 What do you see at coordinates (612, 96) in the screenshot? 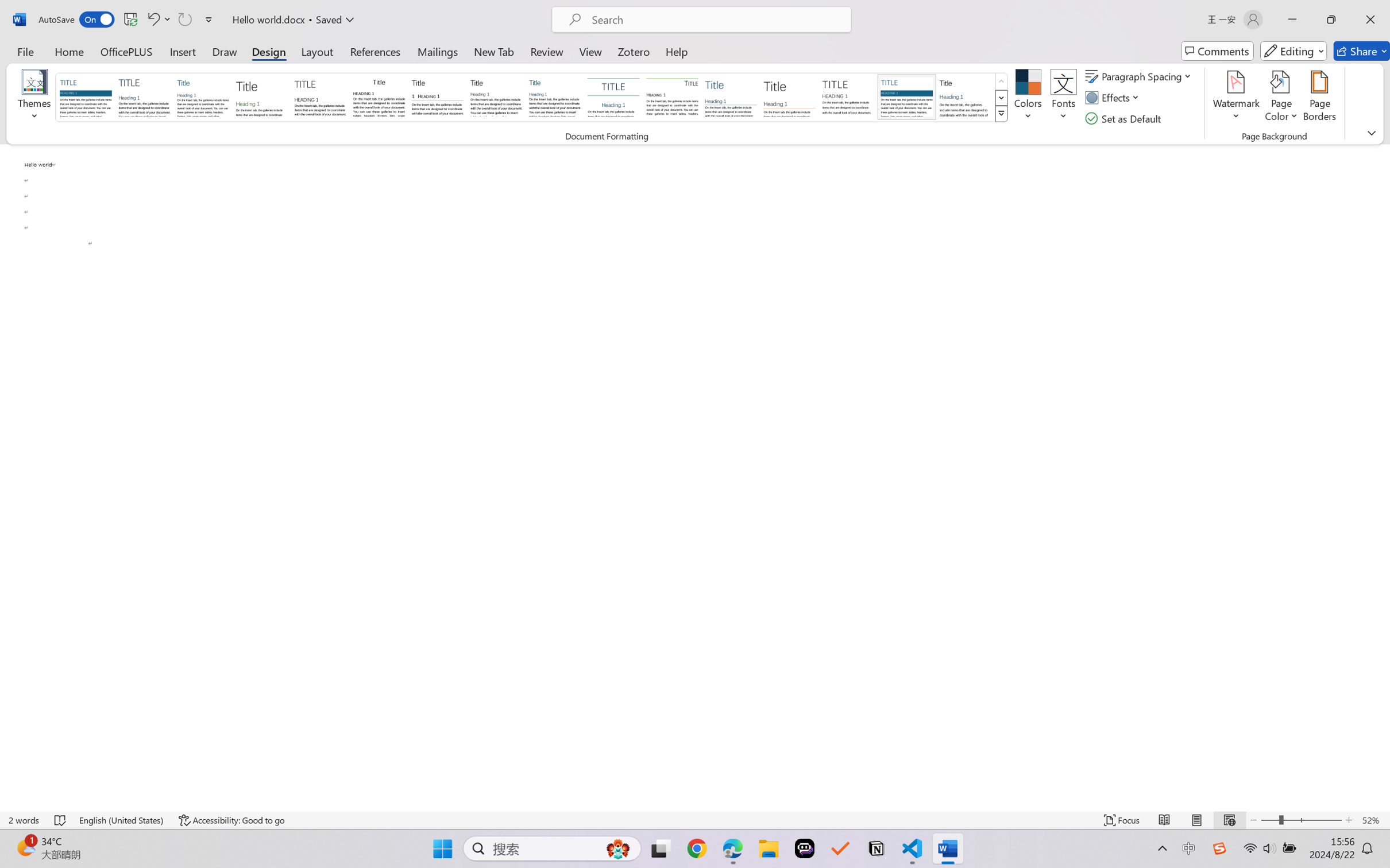
I see `'Centered'` at bounding box center [612, 96].